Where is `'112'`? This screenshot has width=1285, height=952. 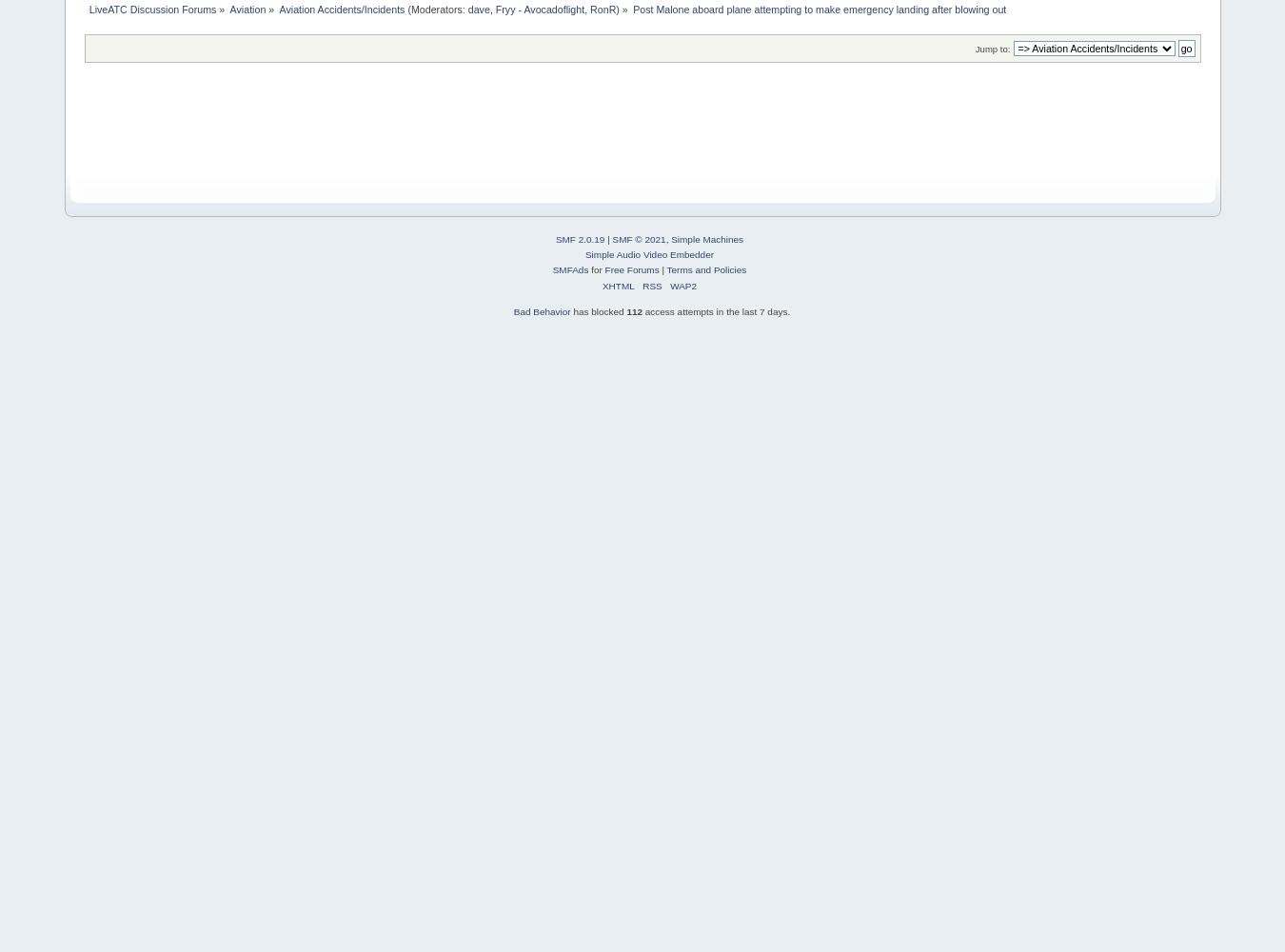 '112' is located at coordinates (634, 309).